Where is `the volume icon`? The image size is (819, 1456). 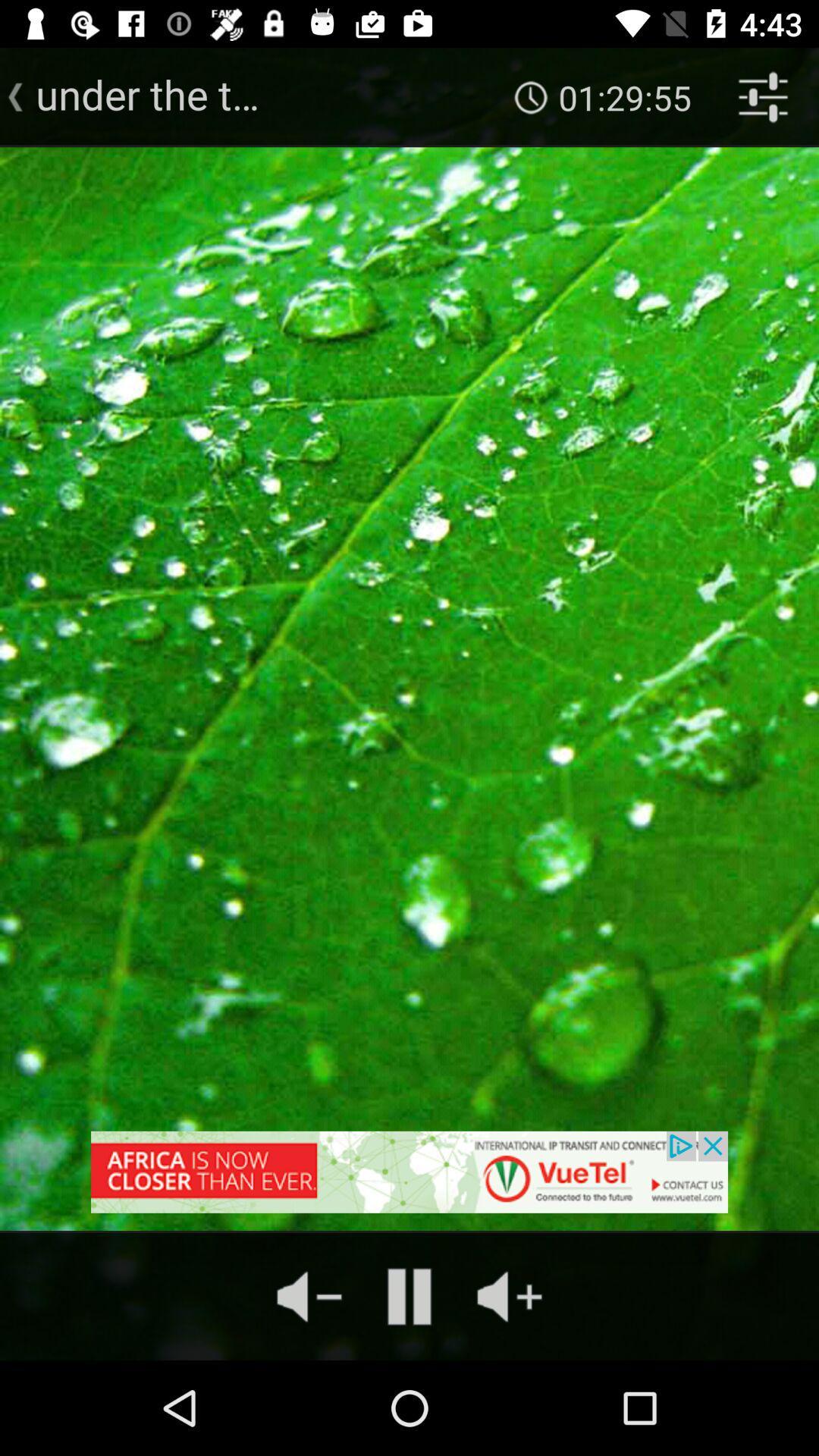 the volume icon is located at coordinates (509, 1295).